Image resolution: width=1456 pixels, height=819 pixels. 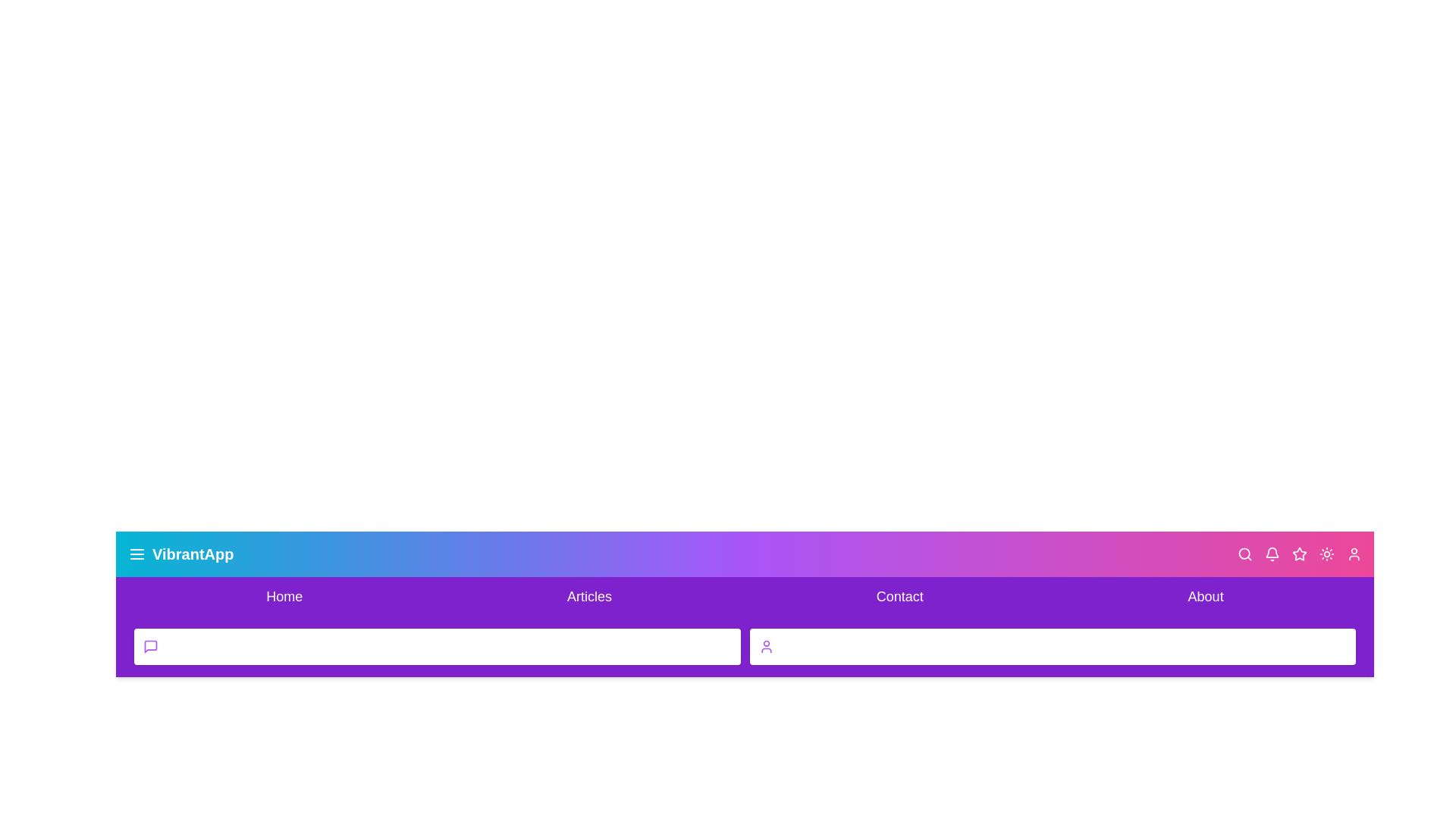 What do you see at coordinates (436, 646) in the screenshot?
I see `the call-to-action element Engage with us in the menu` at bounding box center [436, 646].